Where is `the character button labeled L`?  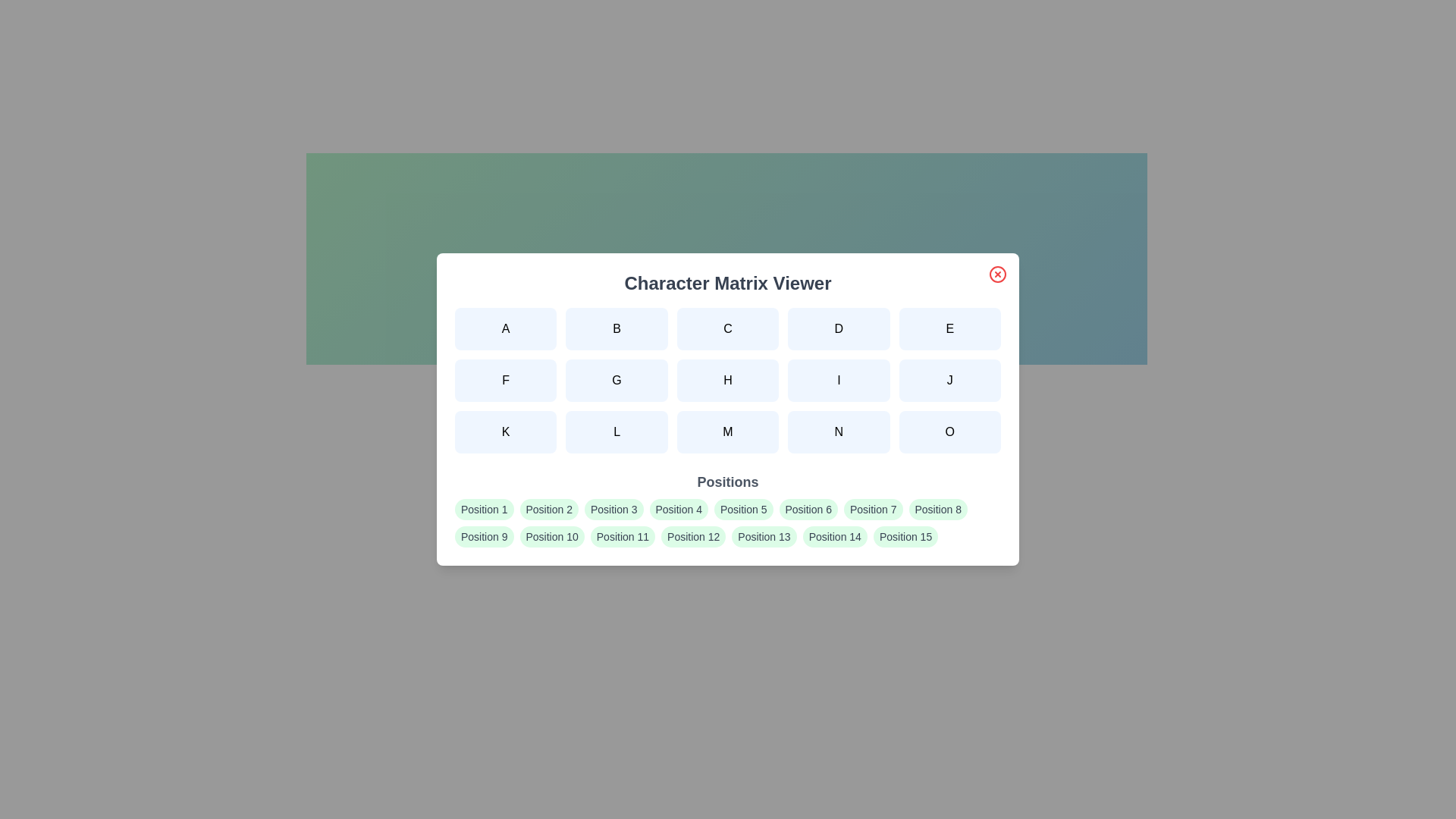
the character button labeled L is located at coordinates (616, 432).